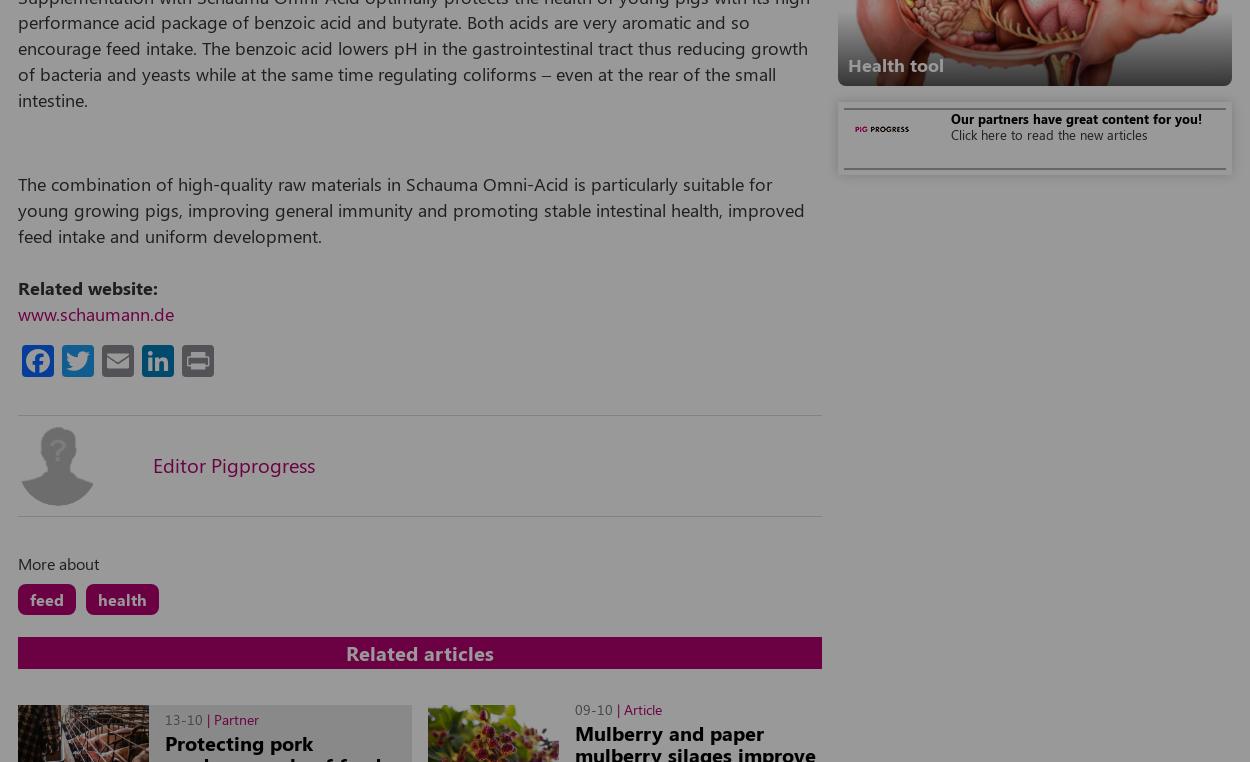 The width and height of the screenshot is (1250, 762). I want to click on 'feed', so click(47, 598).